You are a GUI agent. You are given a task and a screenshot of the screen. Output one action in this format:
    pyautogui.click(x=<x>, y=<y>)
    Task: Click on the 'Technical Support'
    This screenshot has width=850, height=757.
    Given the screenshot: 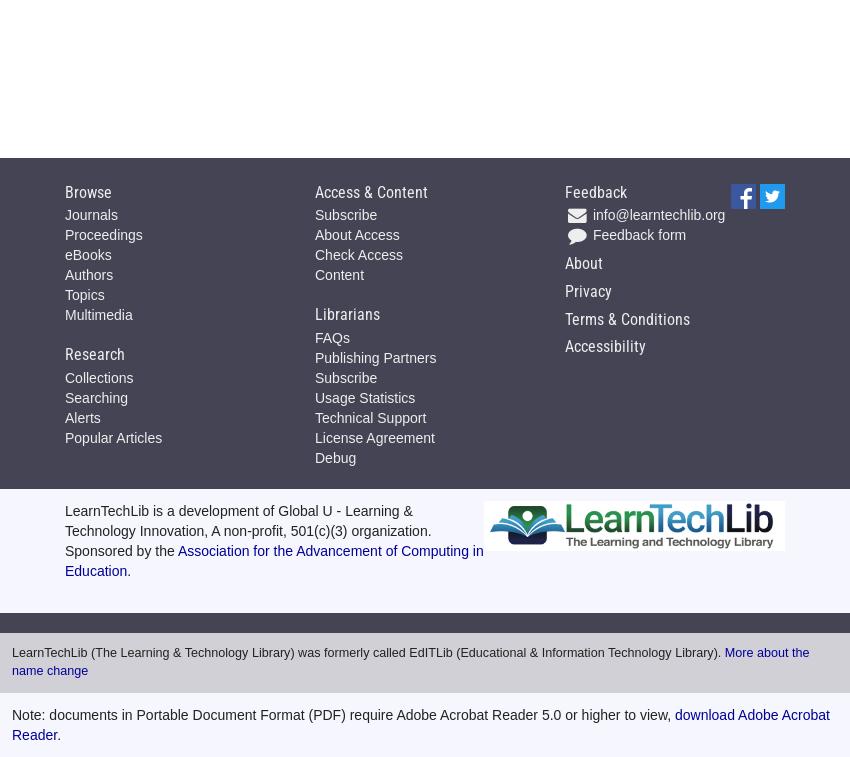 What is the action you would take?
    pyautogui.click(x=369, y=417)
    